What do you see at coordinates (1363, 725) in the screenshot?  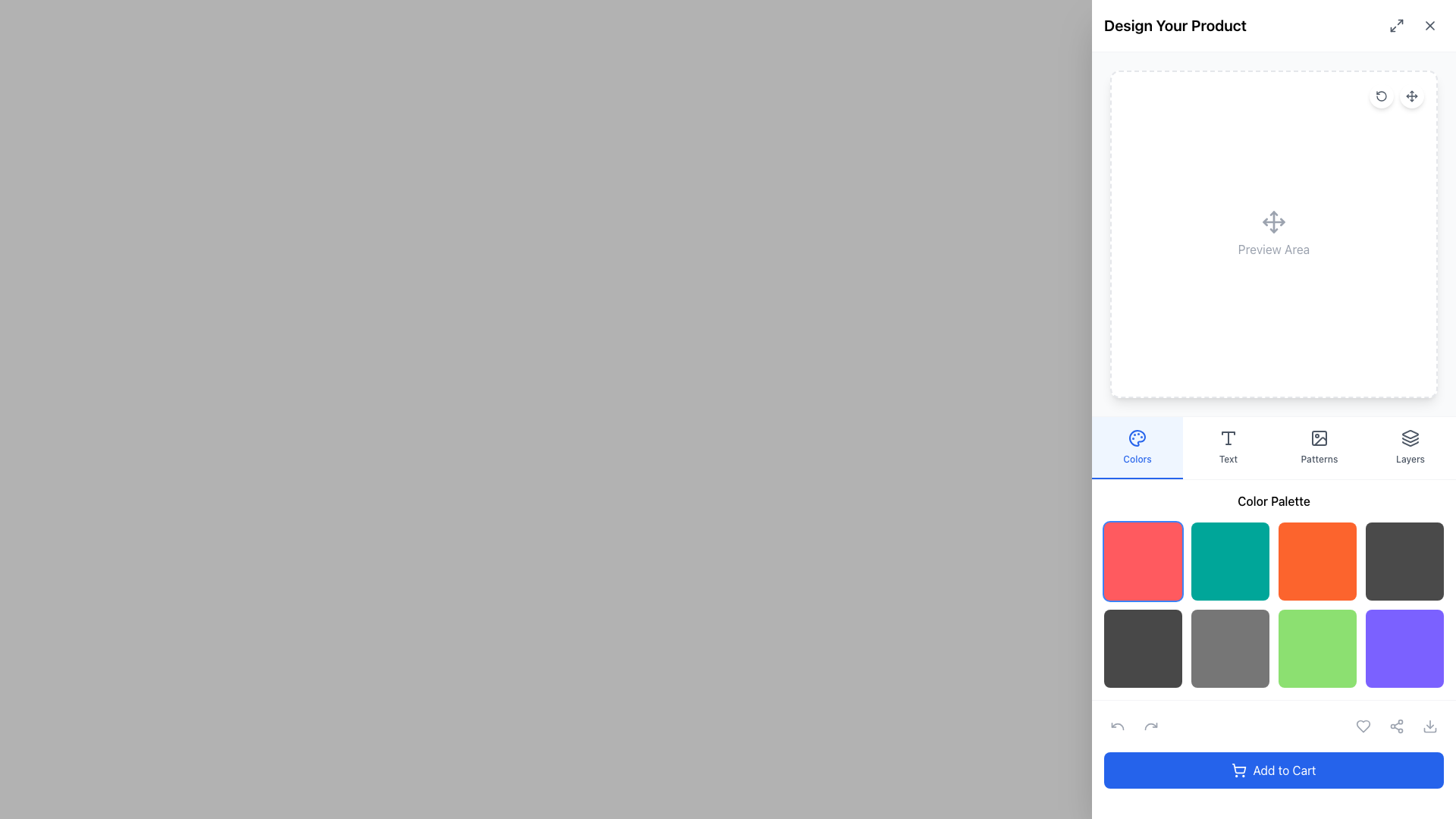 I see `the heart icon` at bounding box center [1363, 725].